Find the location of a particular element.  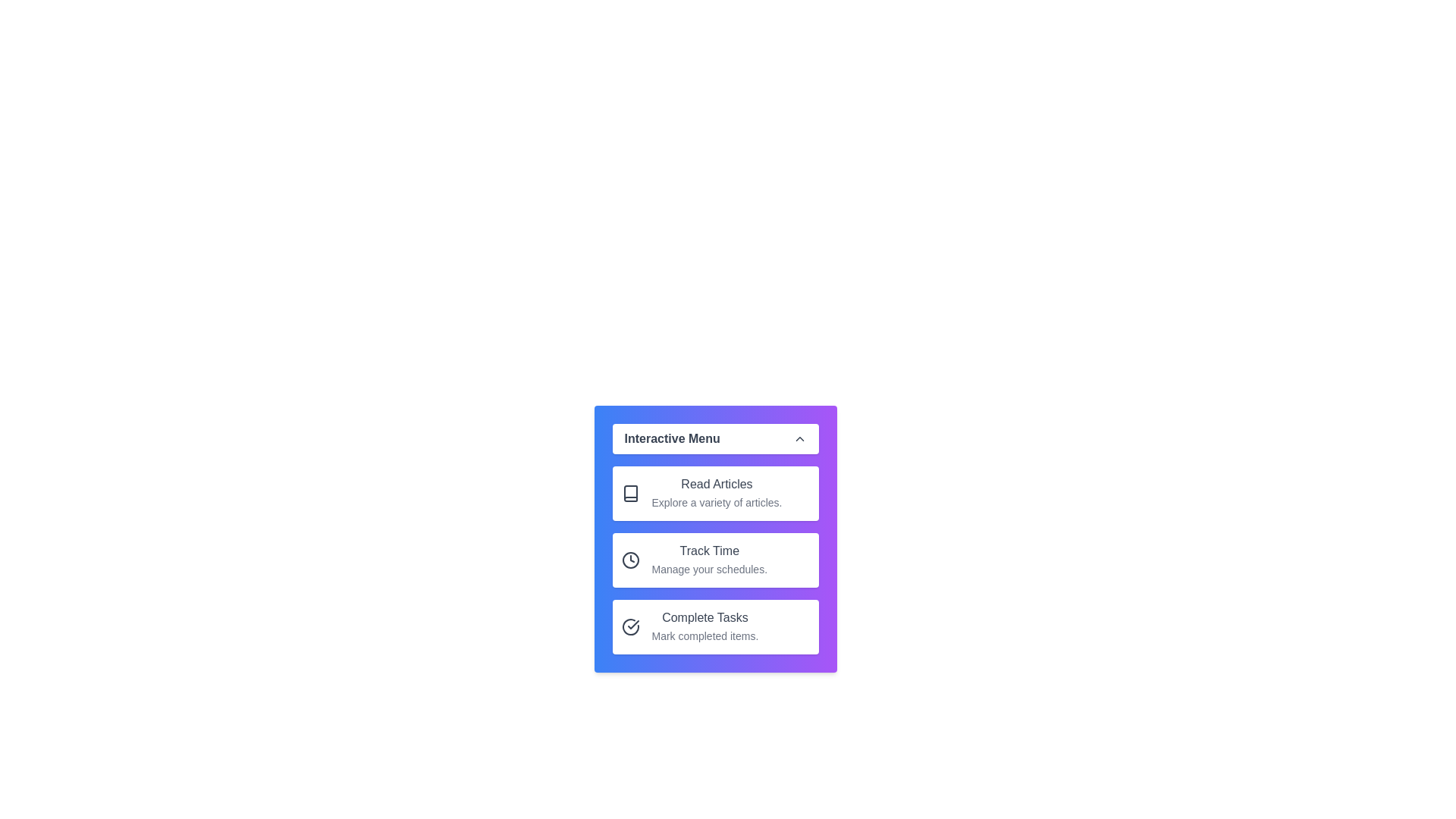

the menu item labeled 'Track Time' to observe the hover effect is located at coordinates (714, 560).